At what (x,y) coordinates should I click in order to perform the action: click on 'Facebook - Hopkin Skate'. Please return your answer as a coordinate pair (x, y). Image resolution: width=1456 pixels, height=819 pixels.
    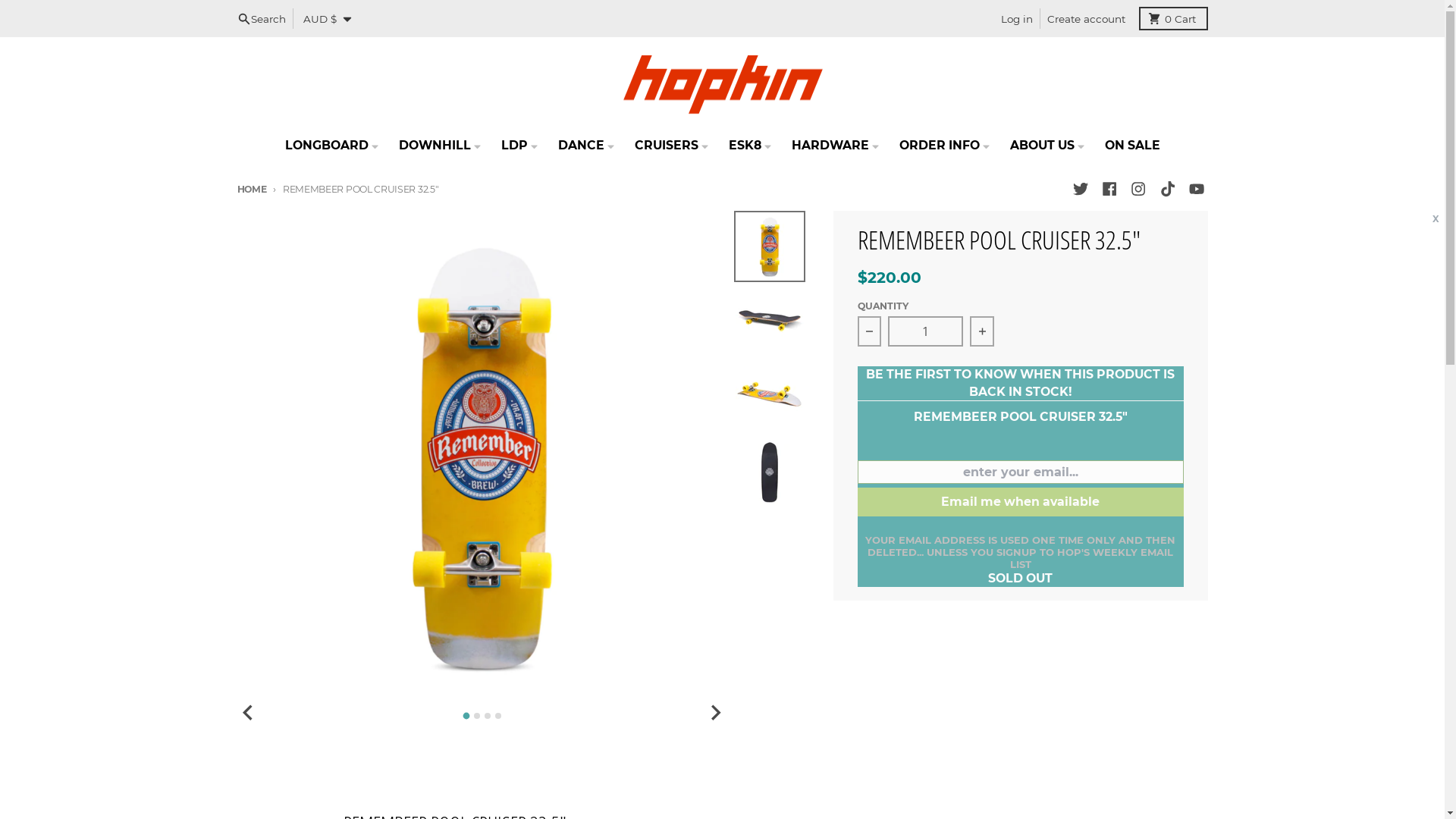
    Looking at the image, I should click on (1109, 188).